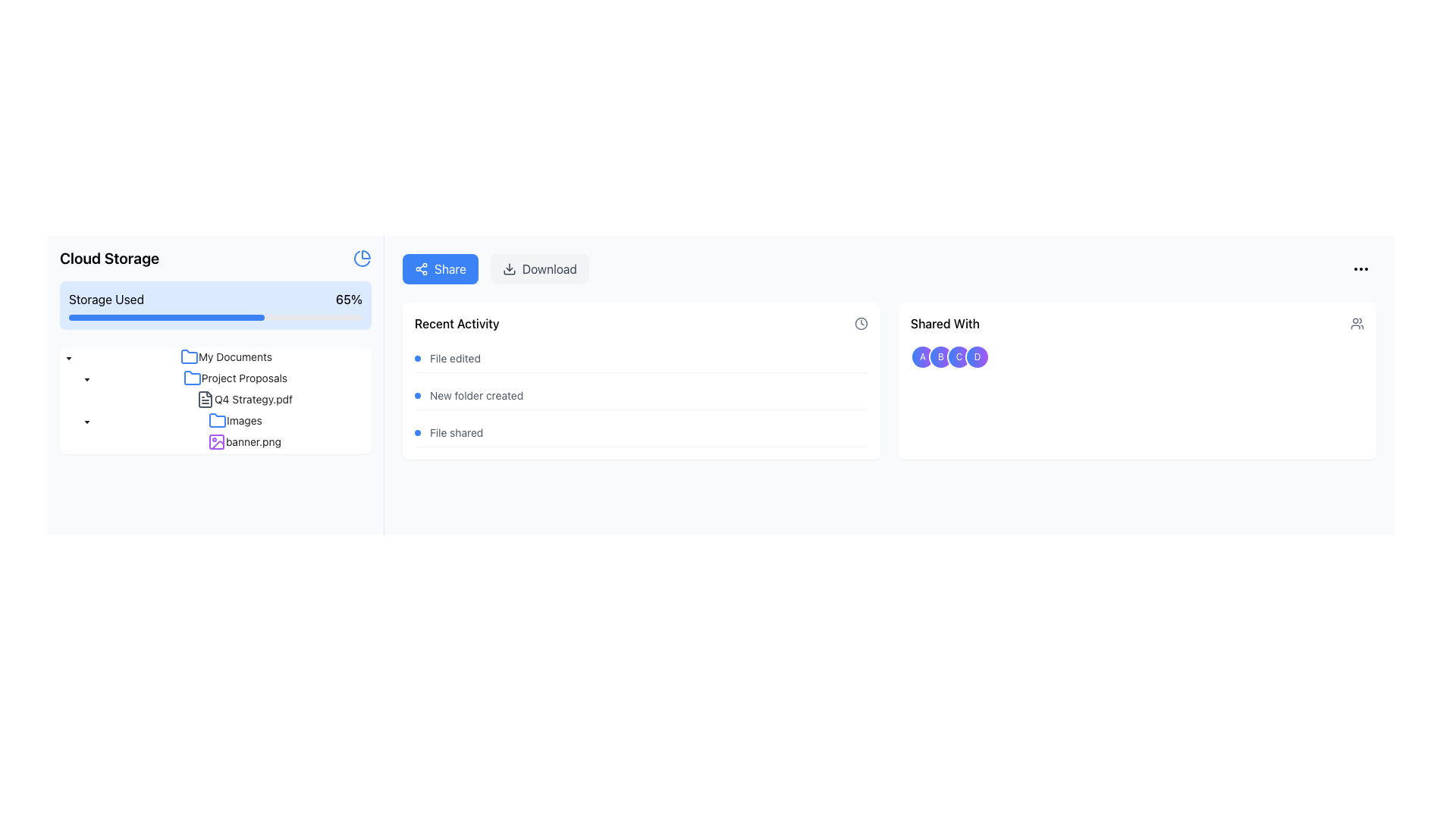 The width and height of the screenshot is (1456, 819). What do you see at coordinates (105, 299) in the screenshot?
I see `the 'Storage Used' label, which is bold and positioned near the top left of the progress bar in the cloud storage interface` at bounding box center [105, 299].